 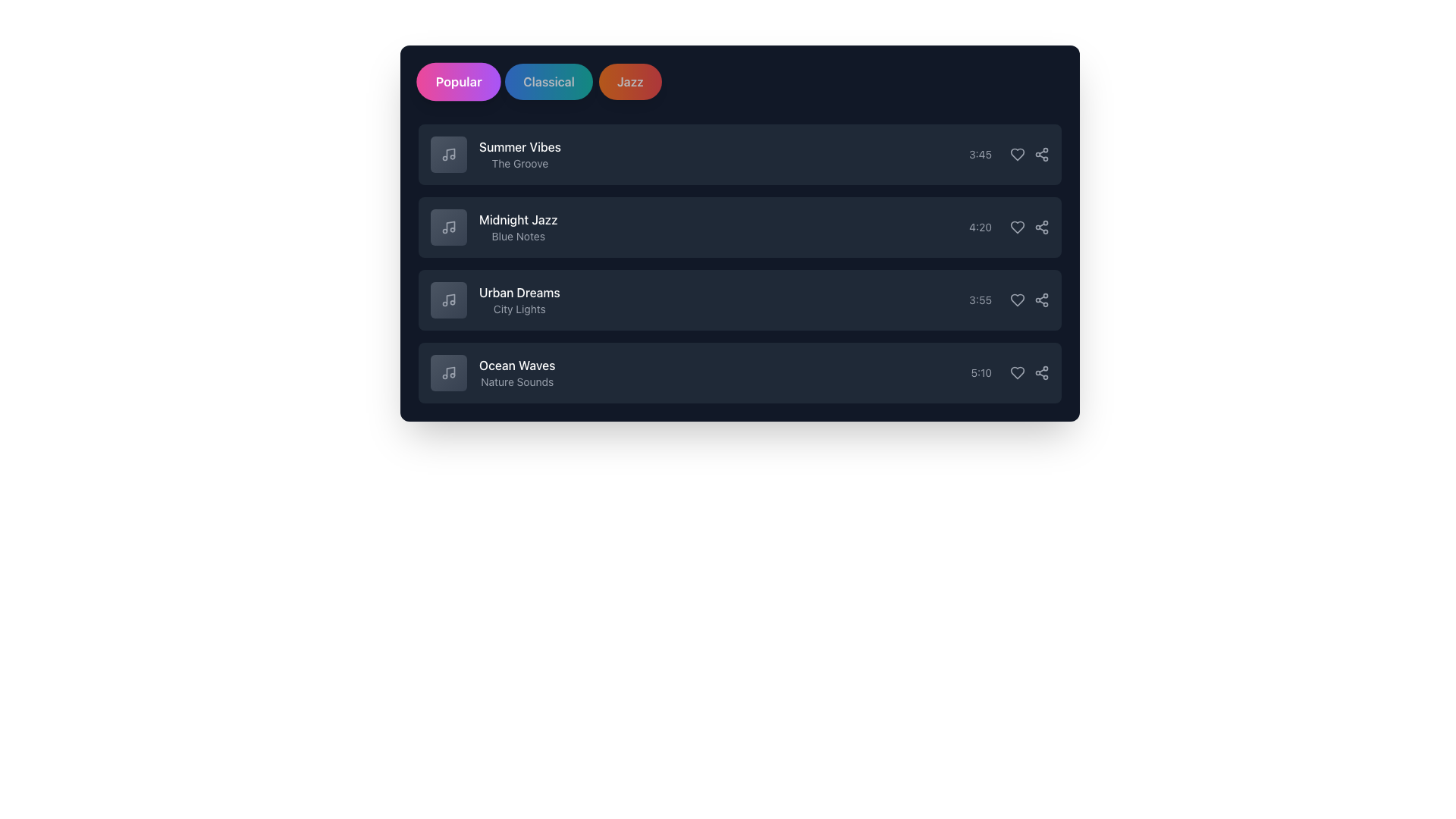 What do you see at coordinates (548, 82) in the screenshot?
I see `the rounded button with a gradient background labeled 'Classical'` at bounding box center [548, 82].